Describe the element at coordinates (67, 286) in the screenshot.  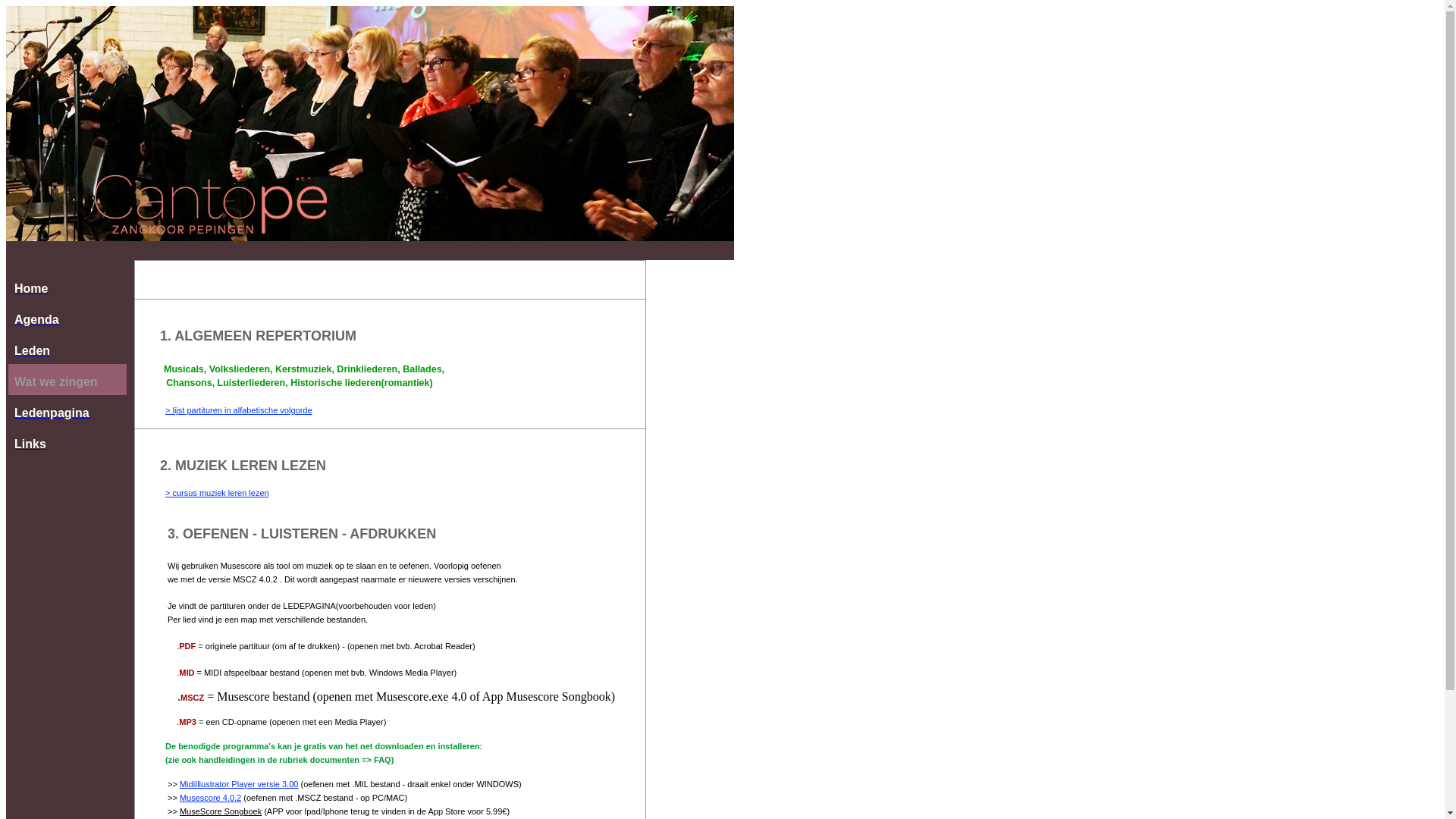
I see `'Home'` at that location.